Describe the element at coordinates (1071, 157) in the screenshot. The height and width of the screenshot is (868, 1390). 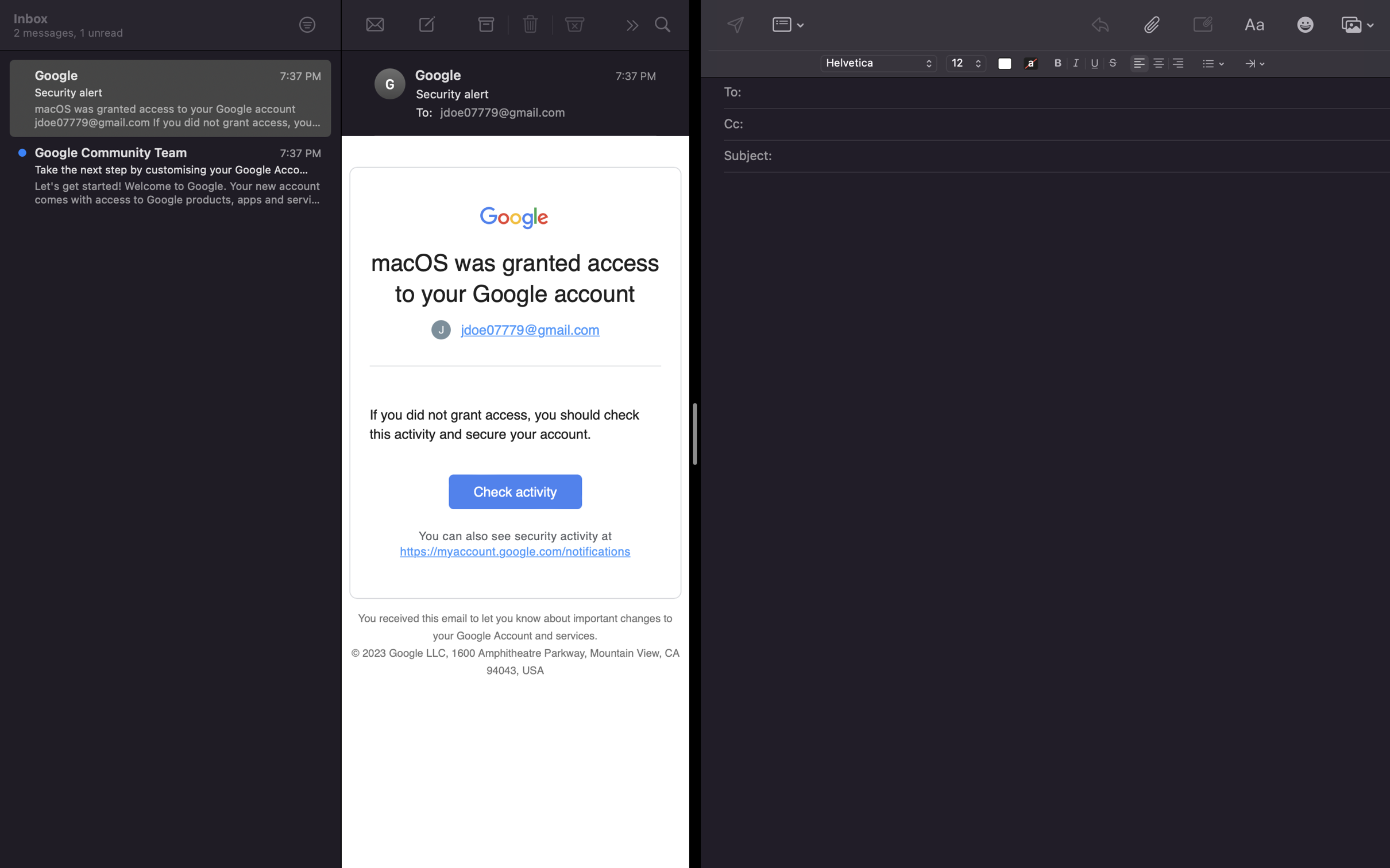
I see `Insert "Application for job" into the subject bar and press enter` at that location.